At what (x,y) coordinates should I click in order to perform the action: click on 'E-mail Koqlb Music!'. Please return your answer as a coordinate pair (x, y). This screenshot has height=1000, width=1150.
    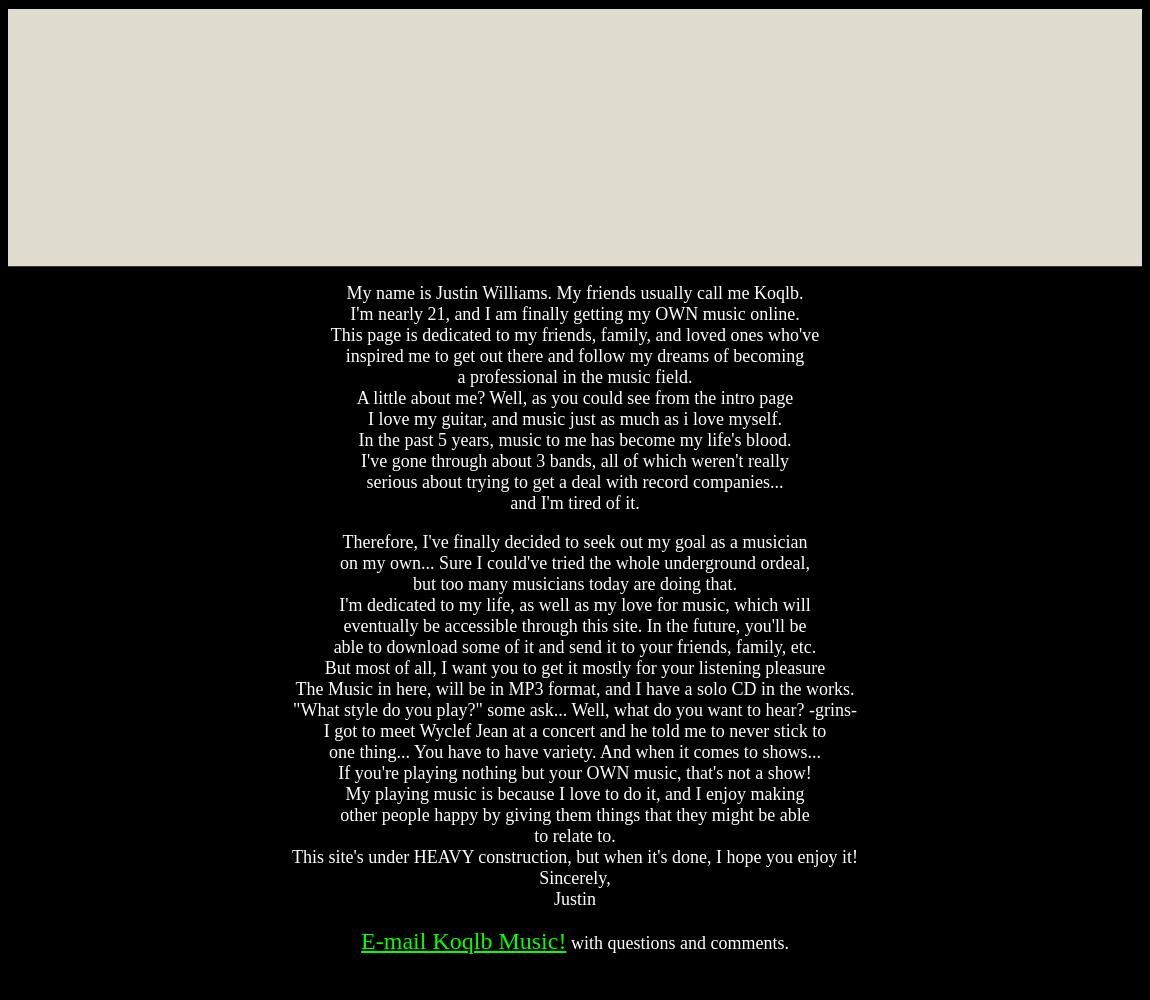
    Looking at the image, I should click on (463, 940).